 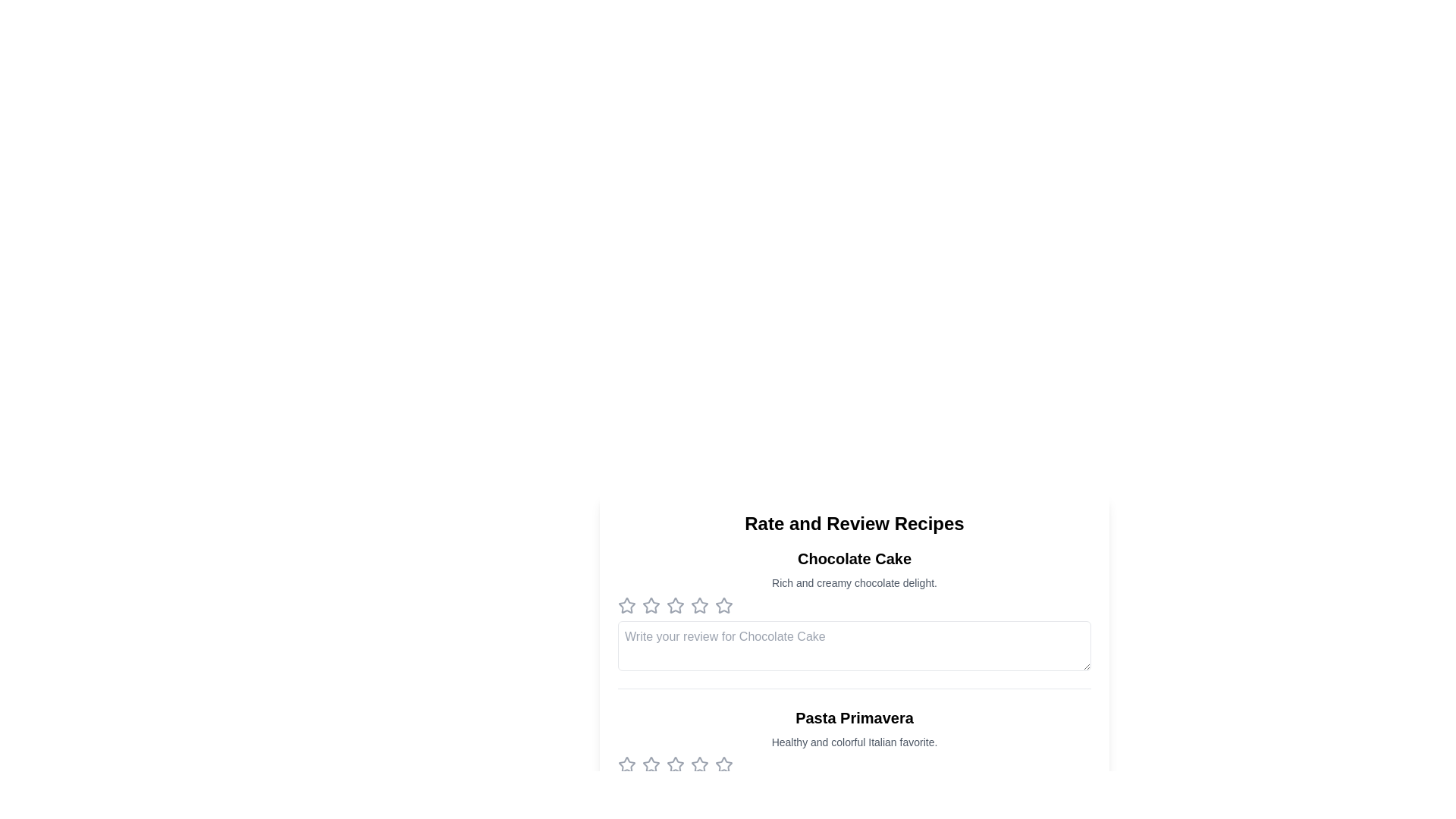 I want to click on the fourth star in the rating system under 'Pasta Primavera' in the 'Rate and Review Recipes' section, so click(x=698, y=765).